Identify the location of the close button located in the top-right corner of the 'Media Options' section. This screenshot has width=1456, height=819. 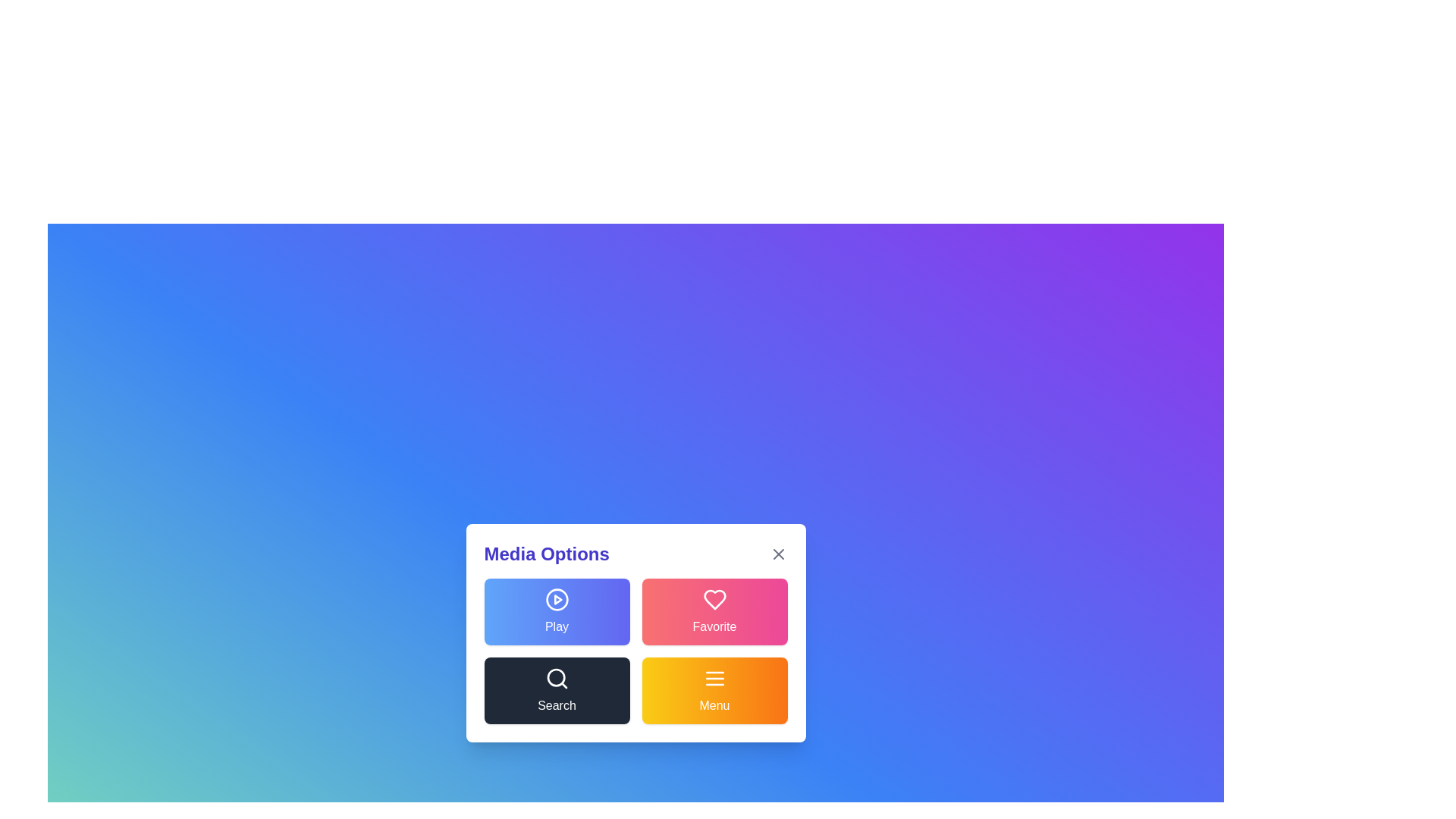
(778, 554).